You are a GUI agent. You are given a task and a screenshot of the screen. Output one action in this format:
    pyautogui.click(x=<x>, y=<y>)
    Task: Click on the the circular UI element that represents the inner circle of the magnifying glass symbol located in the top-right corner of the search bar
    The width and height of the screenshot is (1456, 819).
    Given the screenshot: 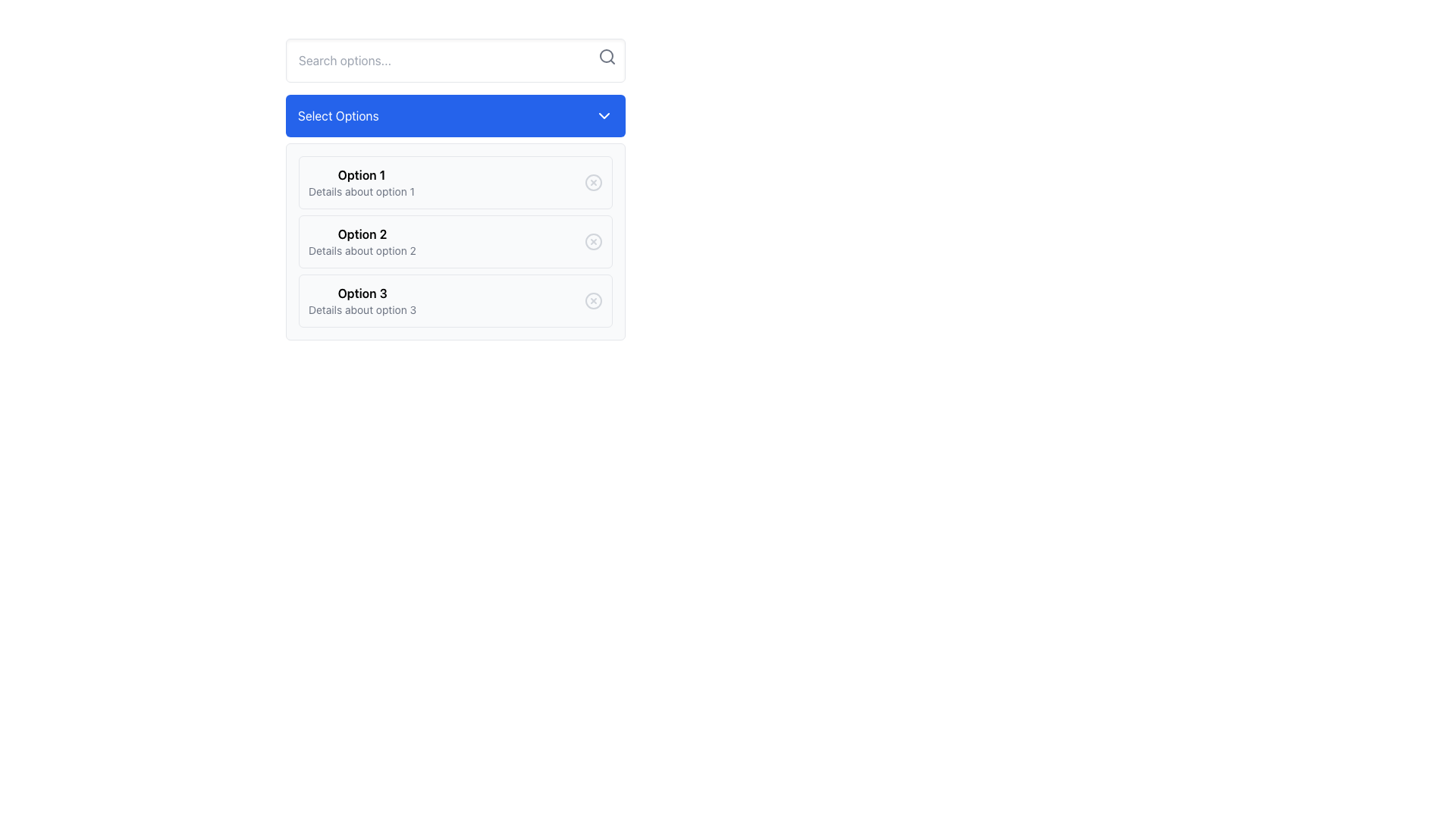 What is the action you would take?
    pyautogui.click(x=607, y=55)
    